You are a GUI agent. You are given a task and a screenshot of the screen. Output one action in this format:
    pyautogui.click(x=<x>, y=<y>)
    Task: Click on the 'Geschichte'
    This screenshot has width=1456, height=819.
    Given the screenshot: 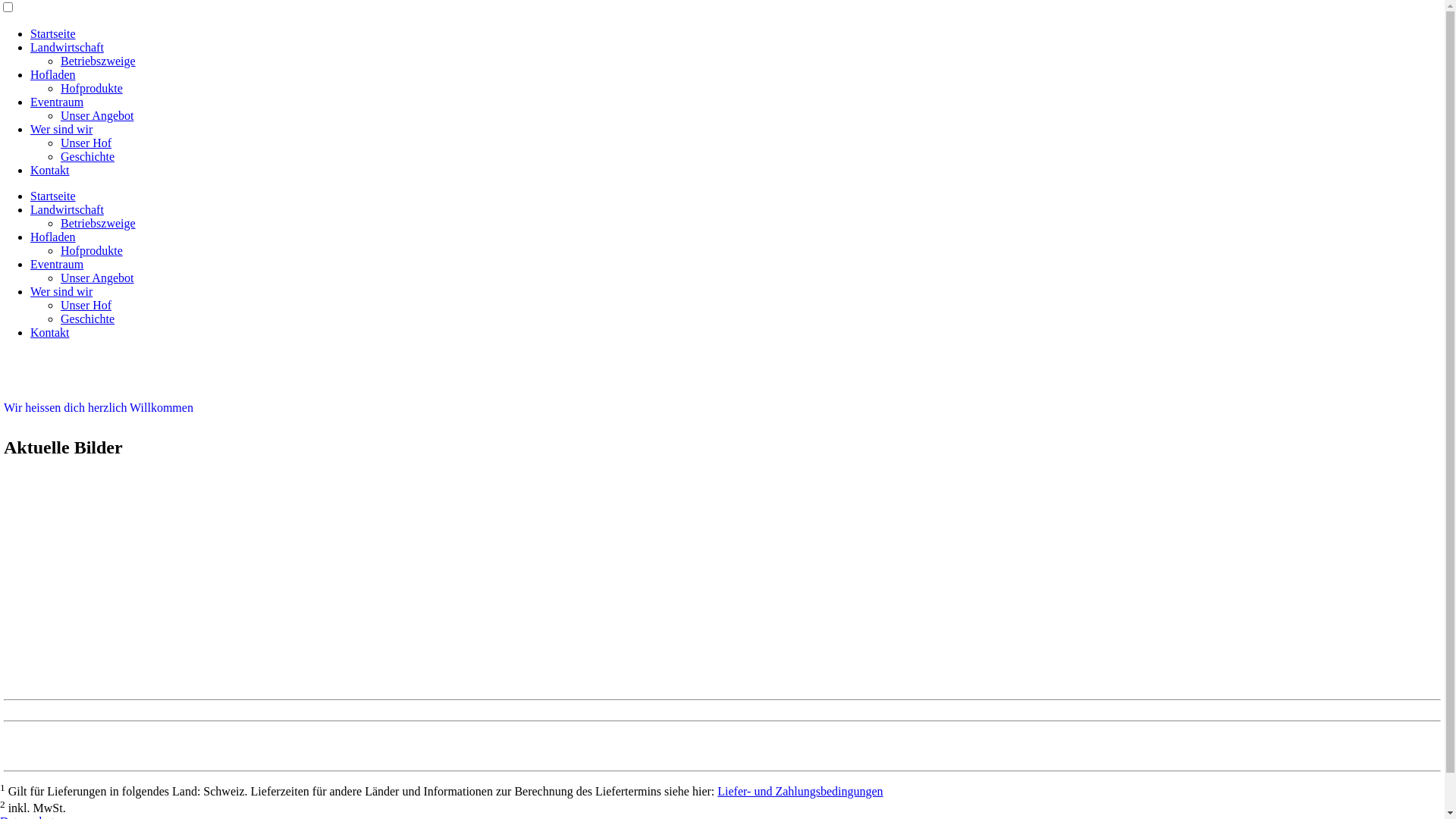 What is the action you would take?
    pyautogui.click(x=86, y=156)
    